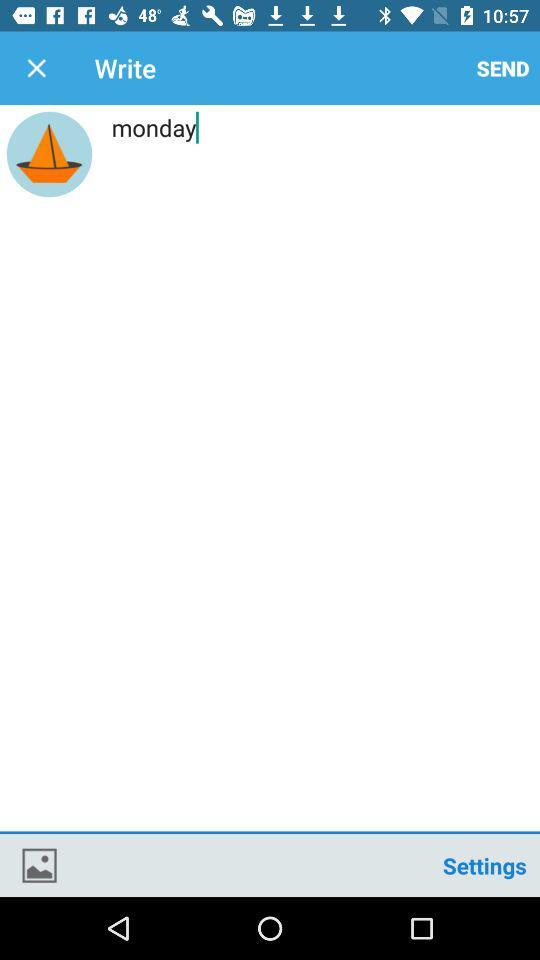  I want to click on icon at the bottom right corner, so click(483, 864).